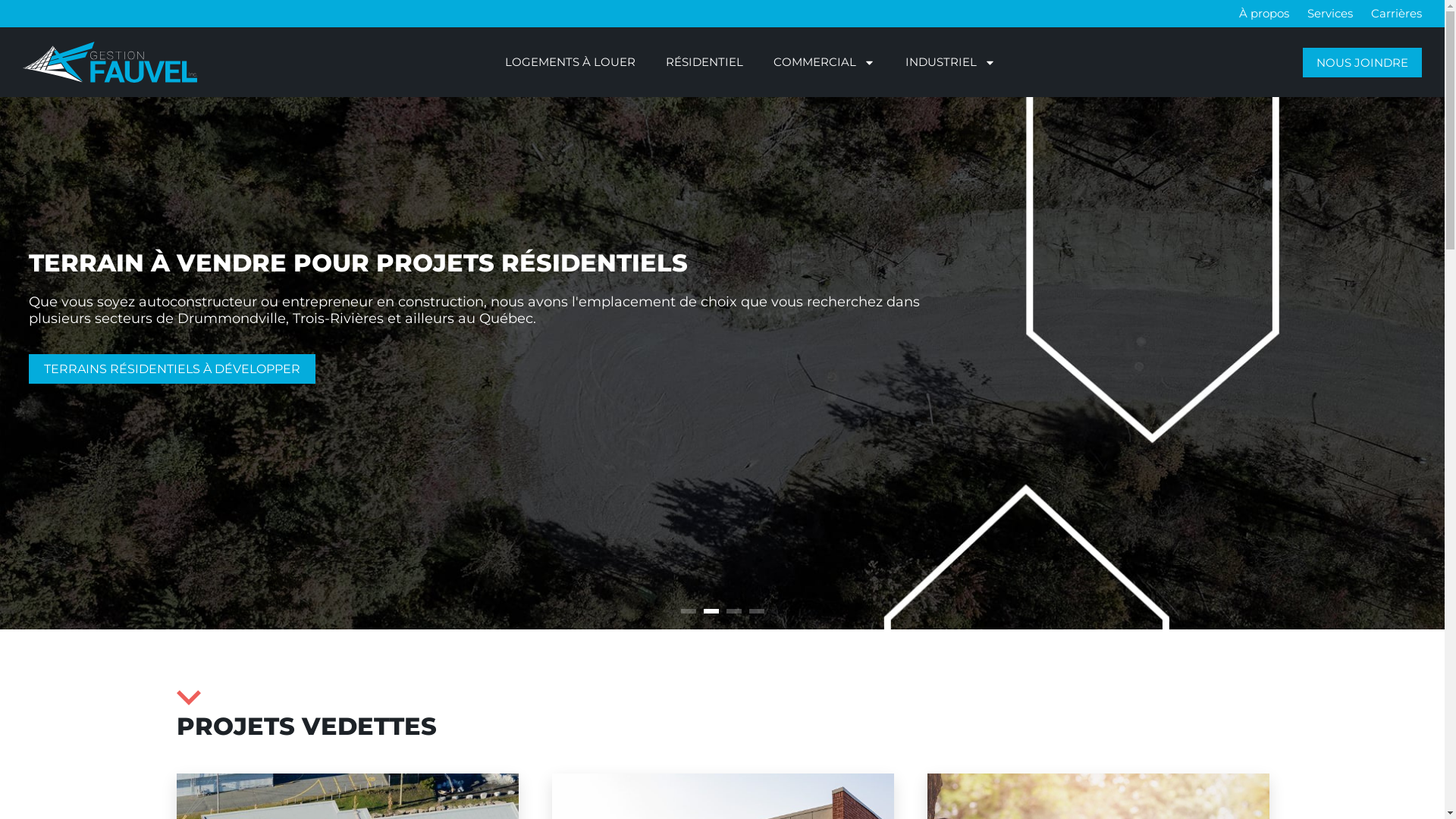 The width and height of the screenshot is (1456, 819). What do you see at coordinates (1329, 14) in the screenshot?
I see `'Services'` at bounding box center [1329, 14].